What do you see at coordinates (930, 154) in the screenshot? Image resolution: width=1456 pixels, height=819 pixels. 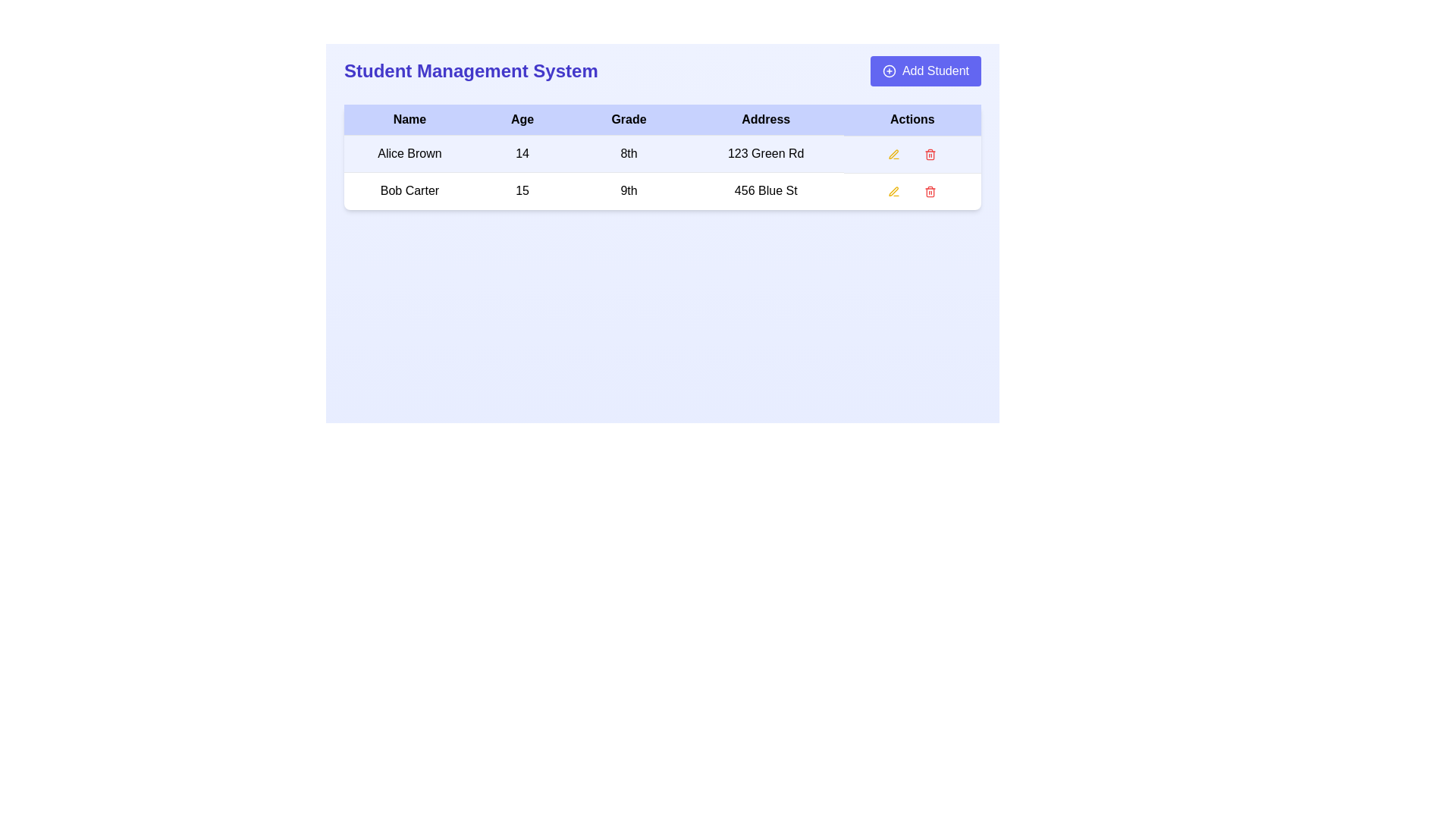 I see `the delete icon button located in the far-right section of the second row in the 'Actions' column of the table` at bounding box center [930, 154].